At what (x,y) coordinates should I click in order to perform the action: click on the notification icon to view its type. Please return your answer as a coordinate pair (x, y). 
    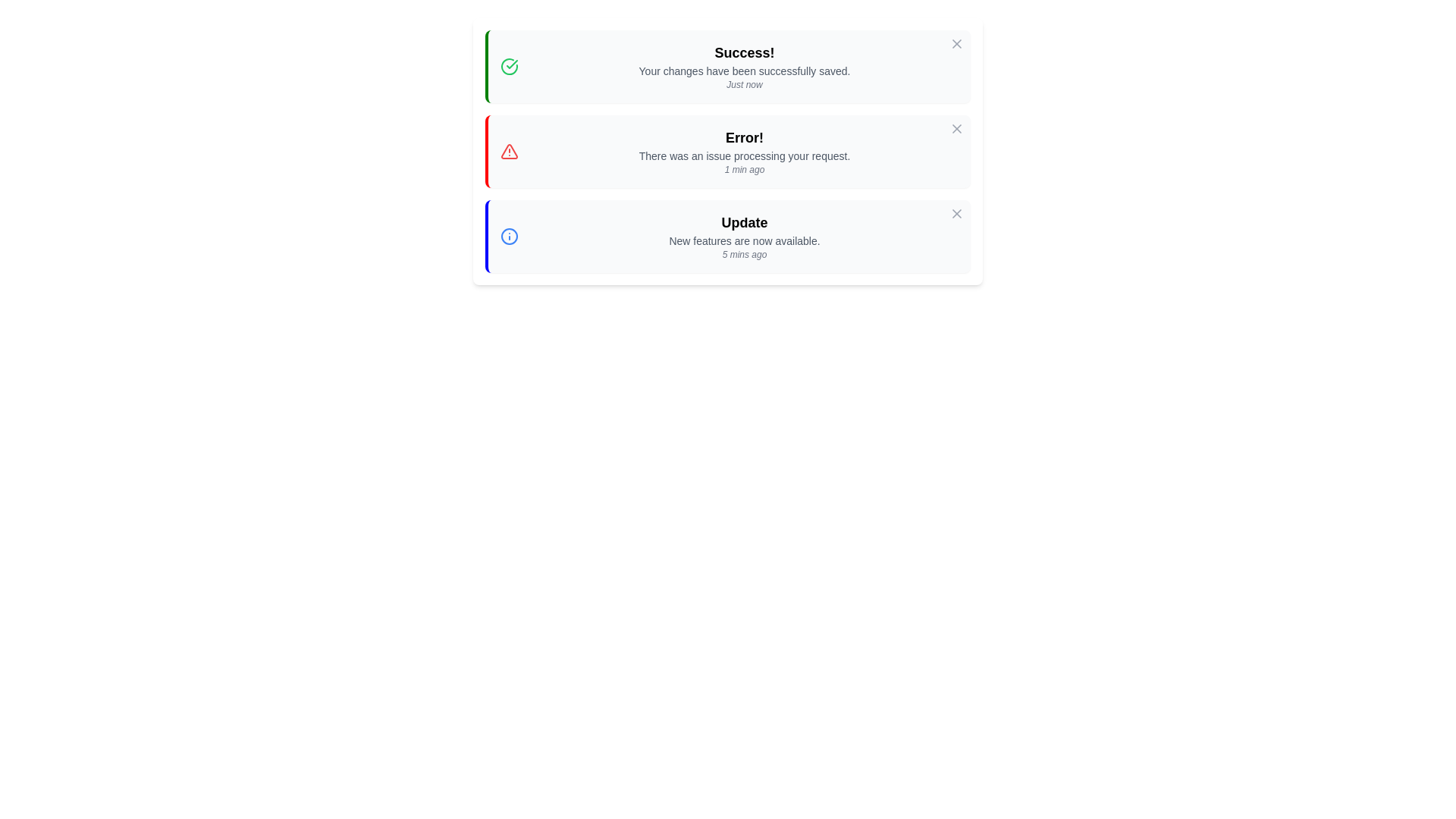
    Looking at the image, I should click on (510, 66).